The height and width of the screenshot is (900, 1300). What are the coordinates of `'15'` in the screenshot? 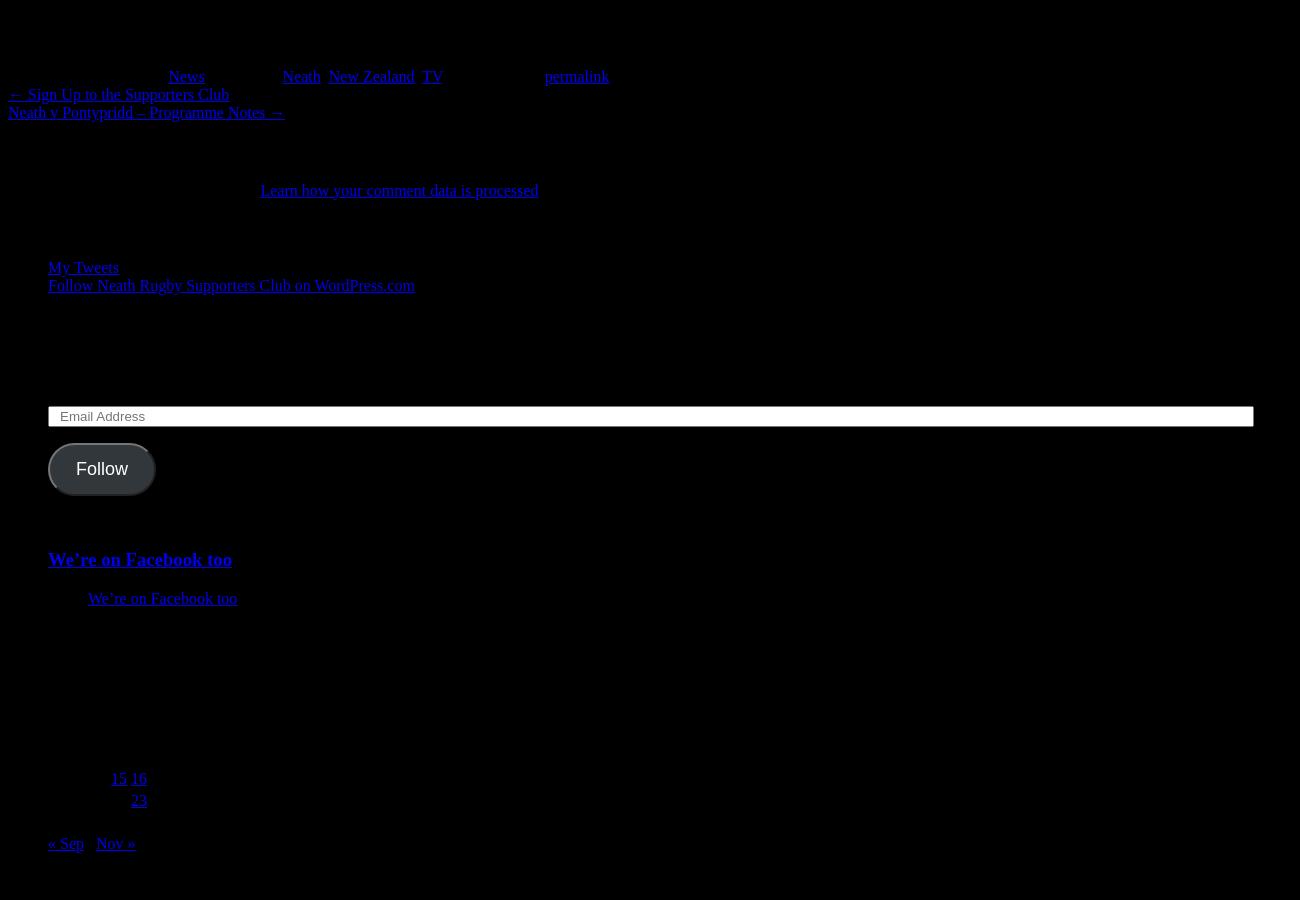 It's located at (117, 777).